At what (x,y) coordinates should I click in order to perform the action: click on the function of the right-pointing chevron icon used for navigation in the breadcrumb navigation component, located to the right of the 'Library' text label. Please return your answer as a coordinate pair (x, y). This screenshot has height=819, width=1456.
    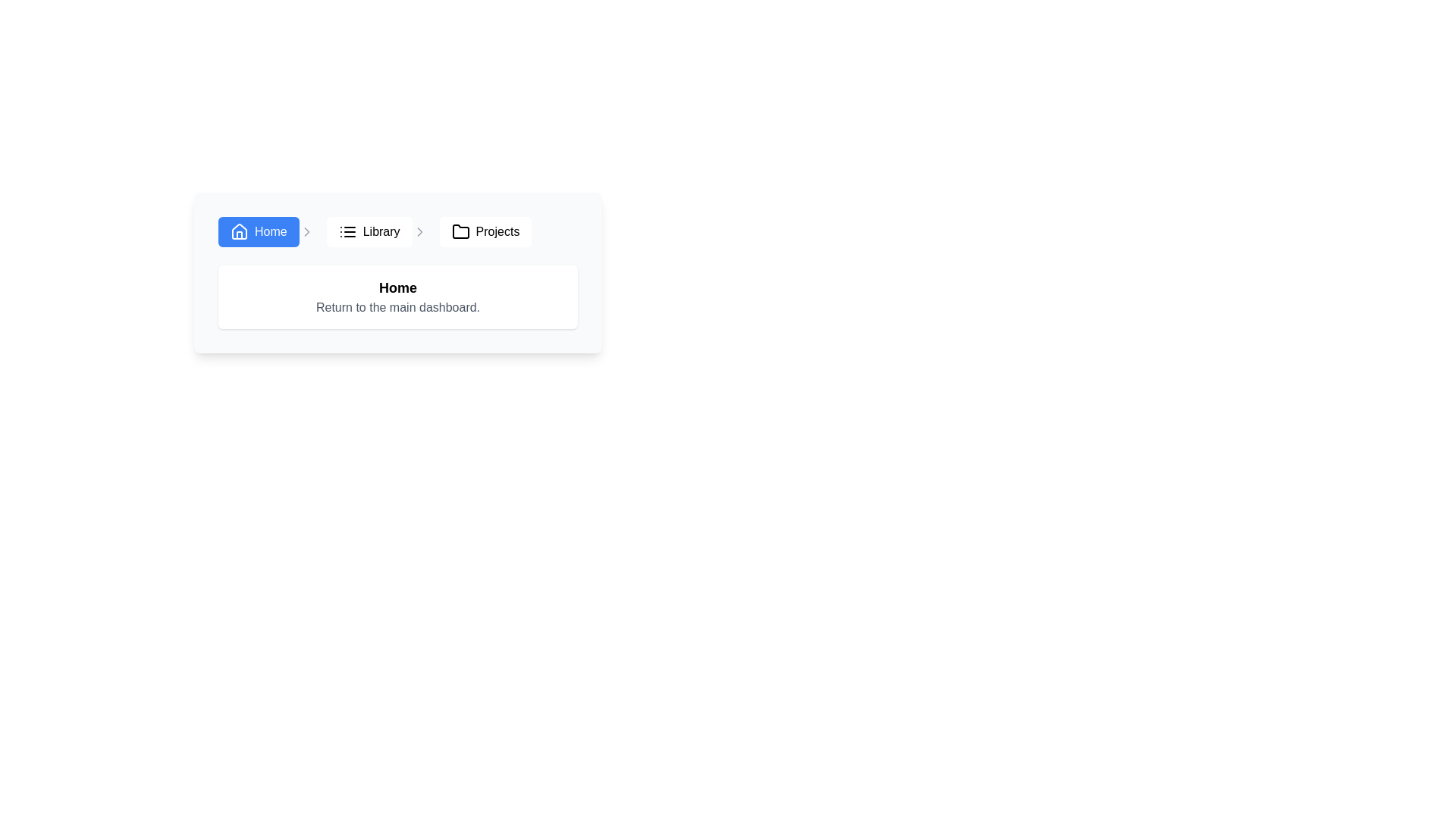
    Looking at the image, I should click on (419, 231).